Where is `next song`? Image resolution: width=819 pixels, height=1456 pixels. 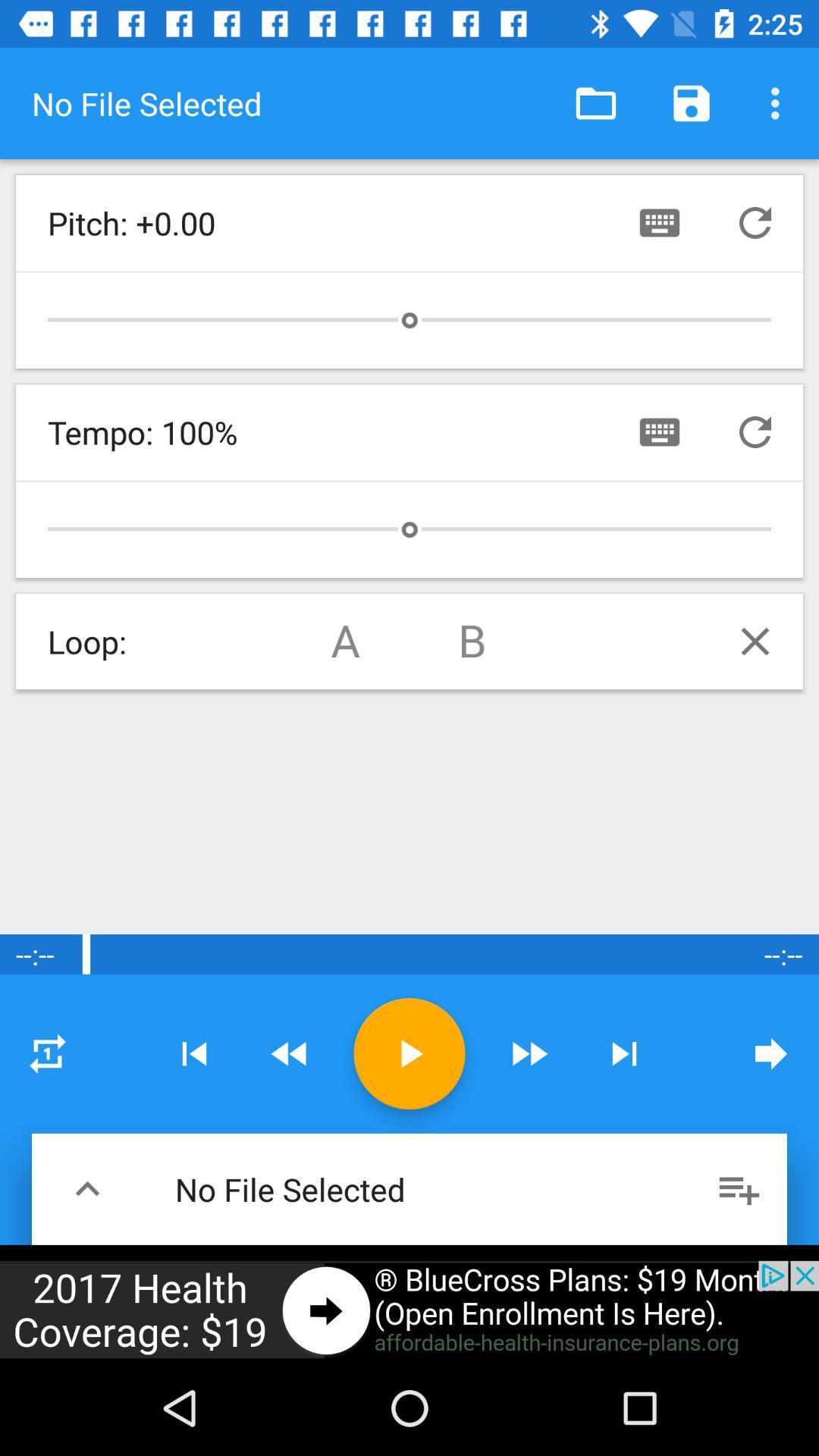
next song is located at coordinates (624, 1053).